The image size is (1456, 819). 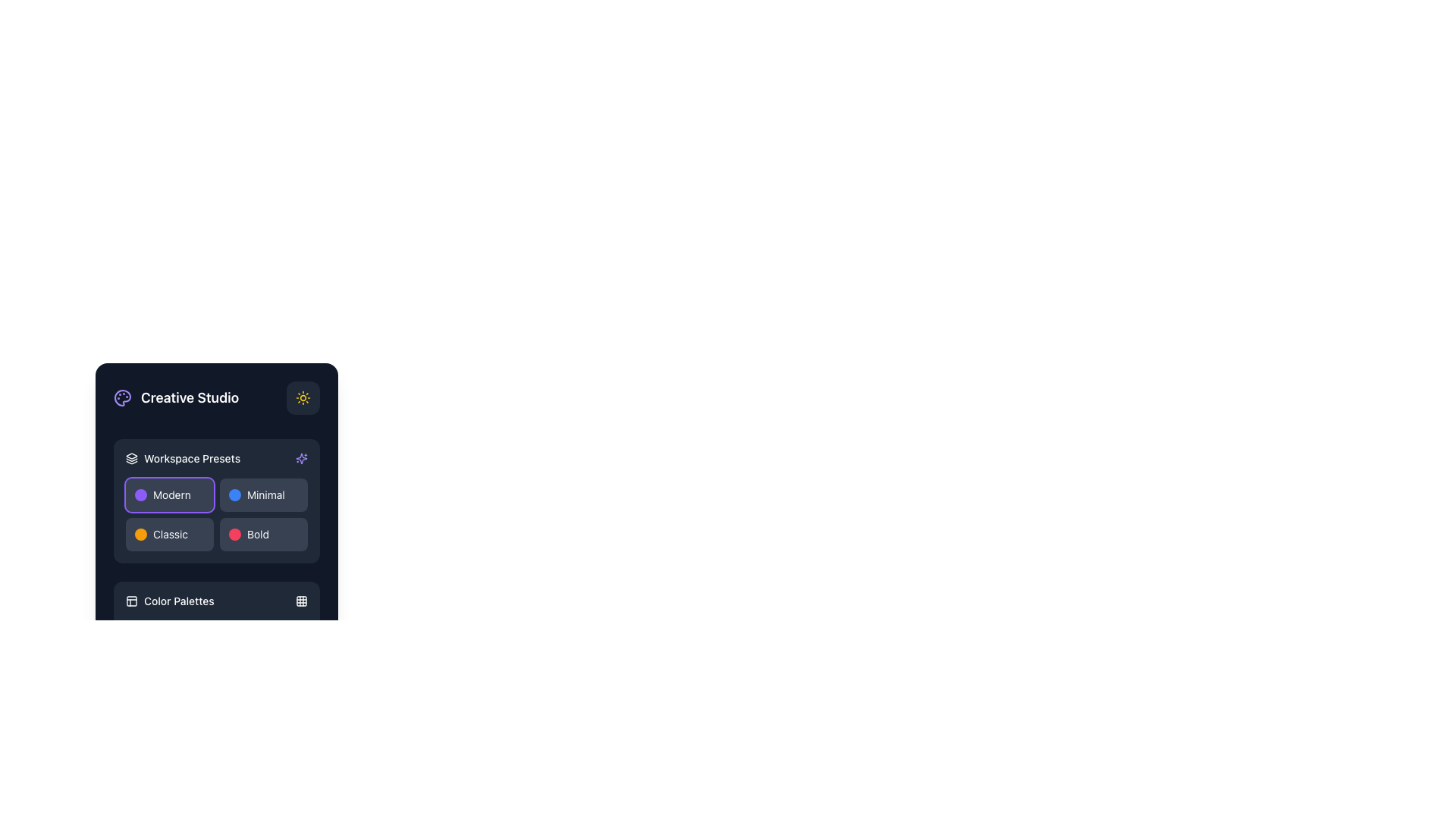 I want to click on text label that describes the 'Color Palettes' section, positioned below the 'Workspace Presets' in the 'Creative Studio' panel, so click(x=179, y=601).